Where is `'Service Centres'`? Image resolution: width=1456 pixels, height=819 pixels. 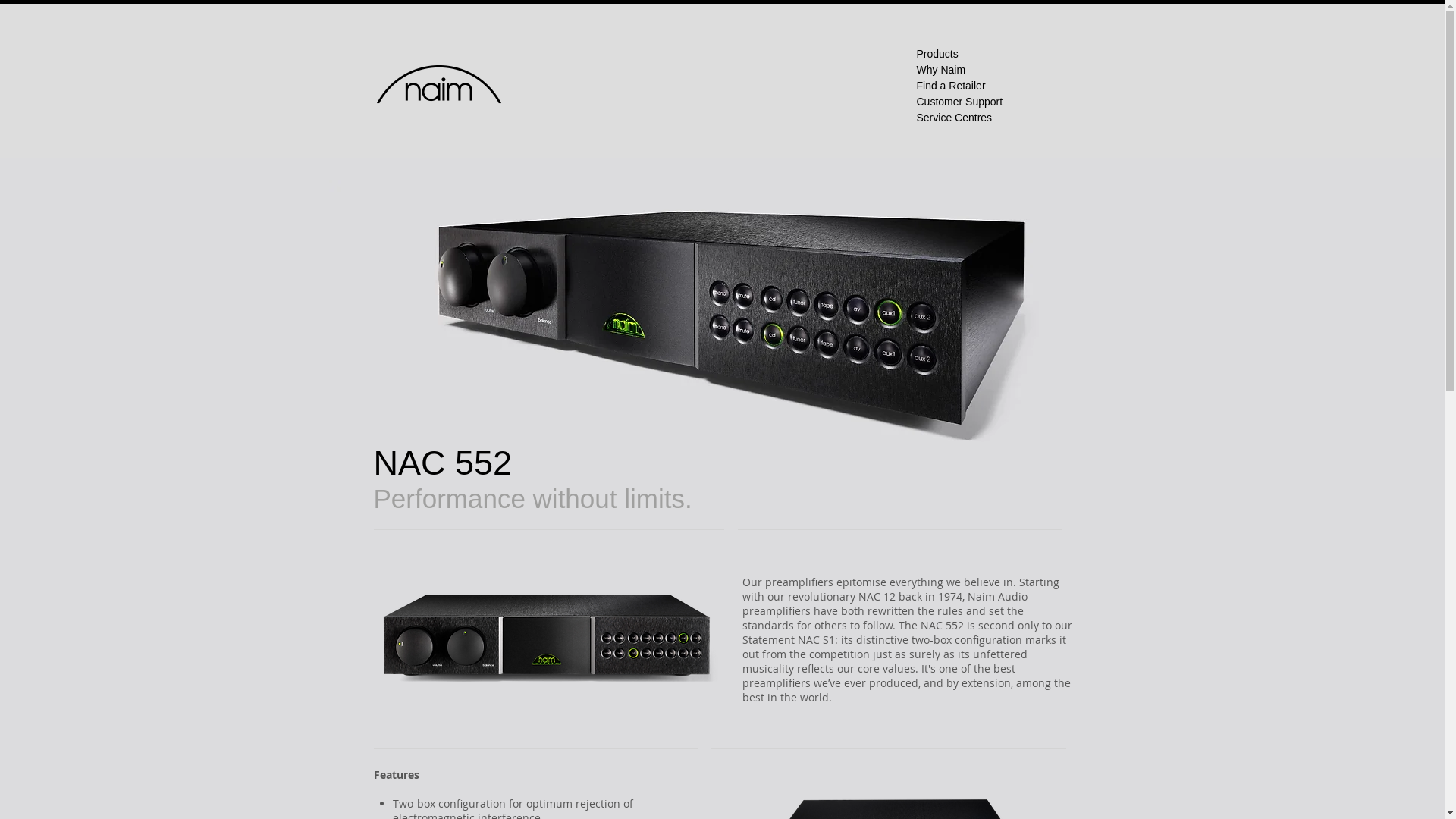 'Service Centres' is located at coordinates (952, 116).